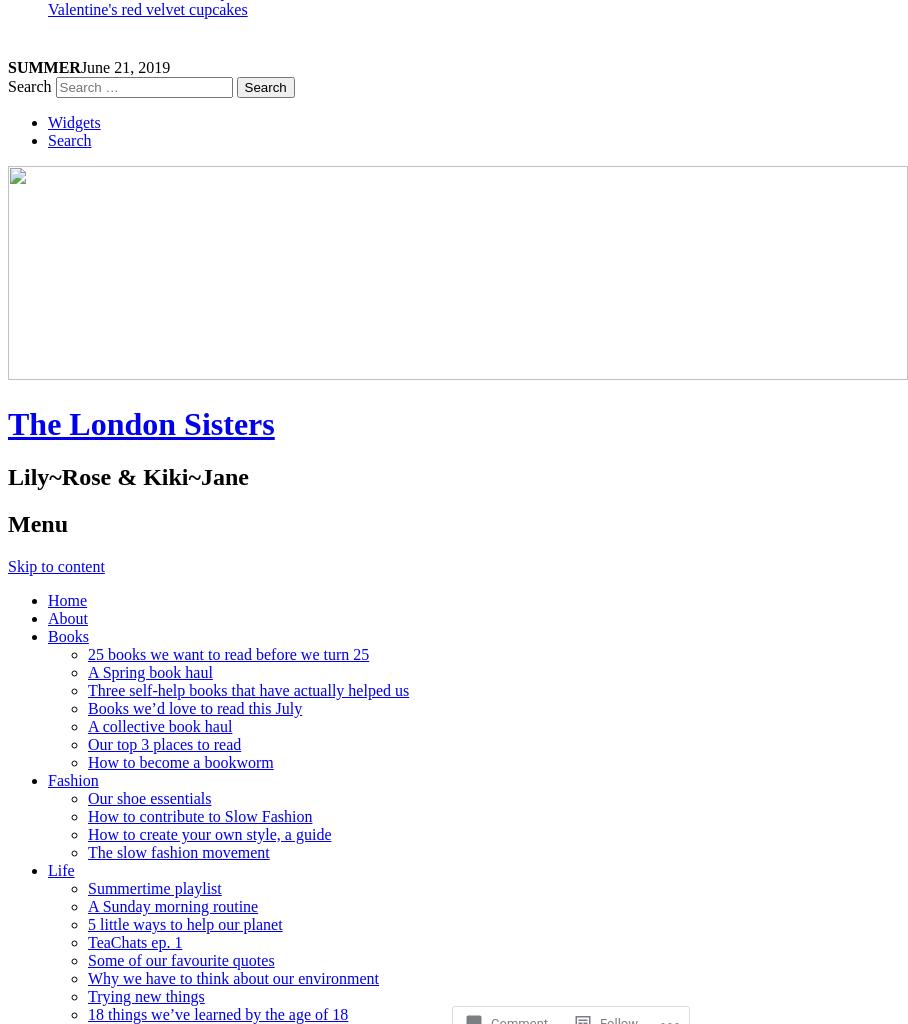 The height and width of the screenshot is (1024, 908). I want to click on 'Widgets', so click(74, 122).